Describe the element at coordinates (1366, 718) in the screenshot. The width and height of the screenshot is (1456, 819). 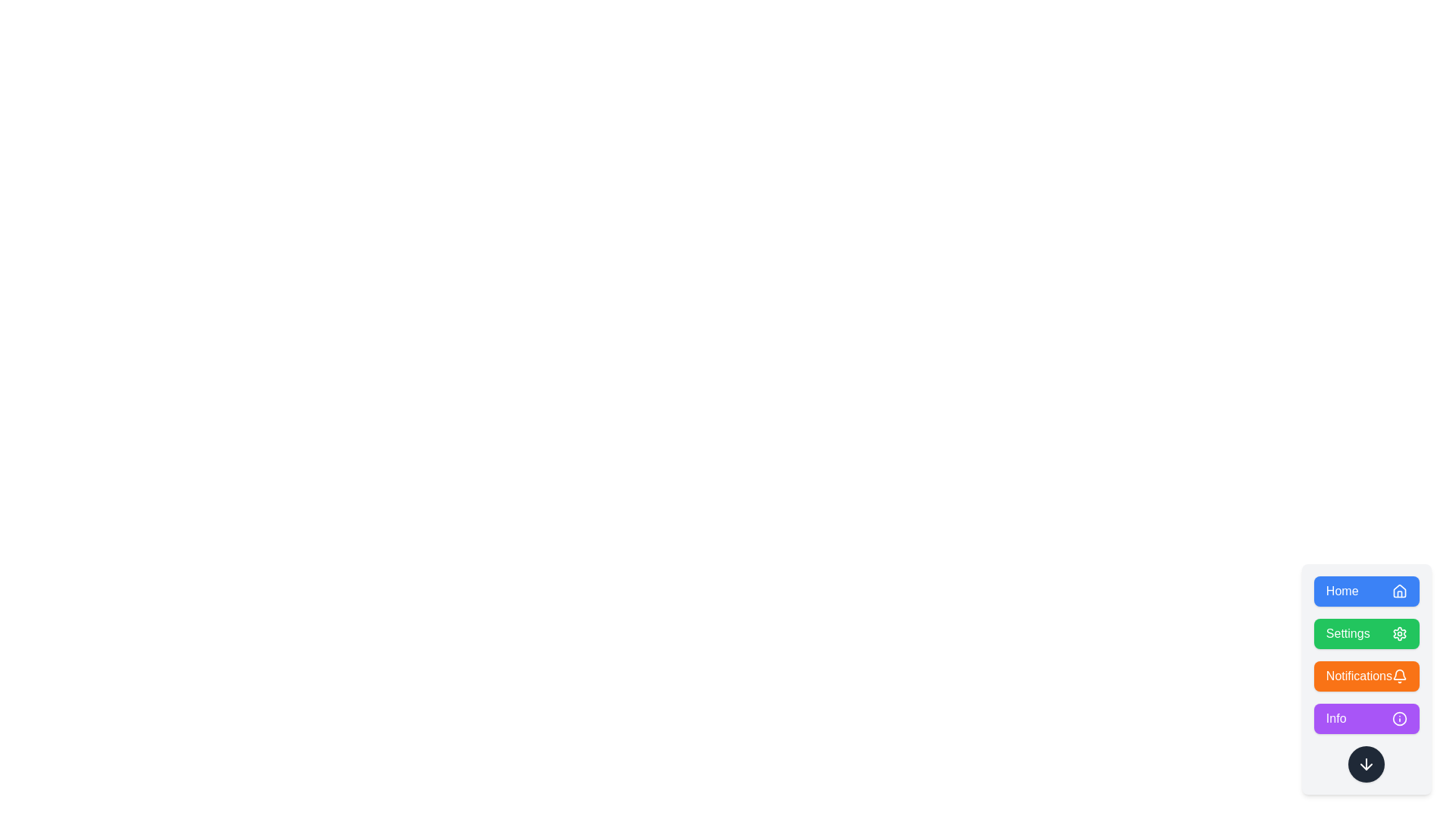
I see `the button labeled Info to observe the scale animation effect` at that location.